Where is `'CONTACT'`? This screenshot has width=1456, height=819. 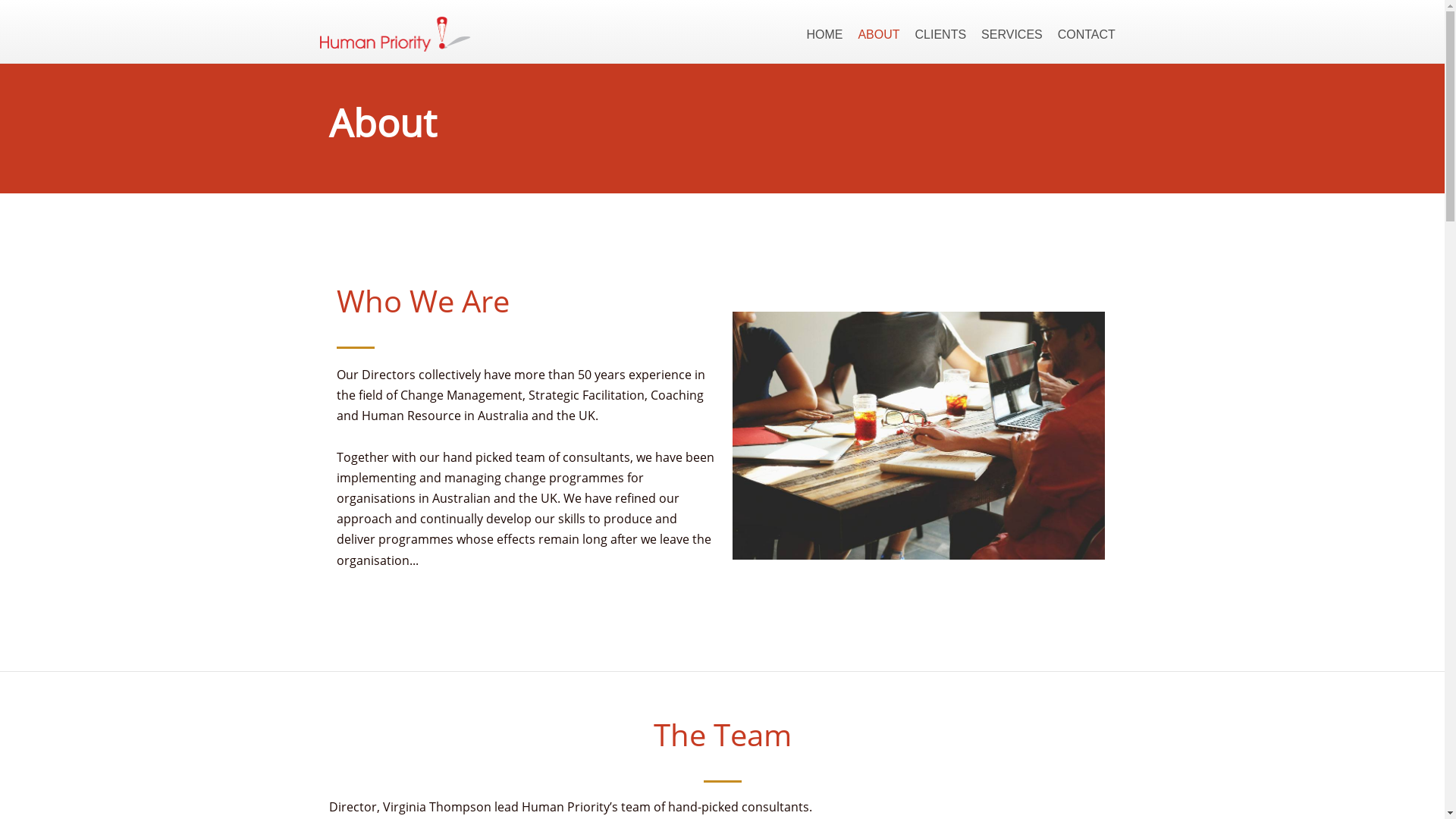 'CONTACT' is located at coordinates (1086, 34).